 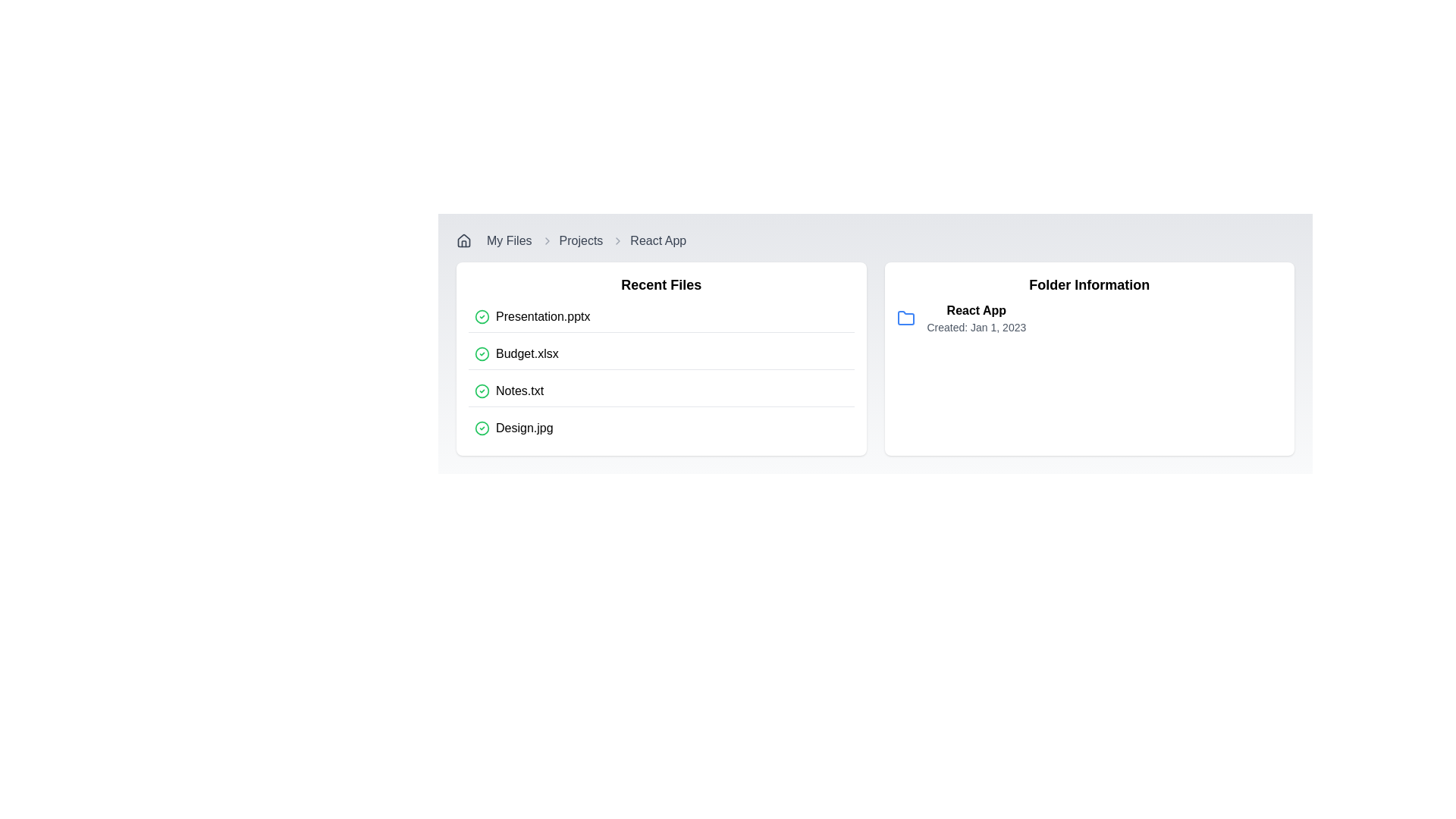 What do you see at coordinates (661, 428) in the screenshot?
I see `the last file entry in the 'Recent Files' list, which is indicated by a green checkmark` at bounding box center [661, 428].